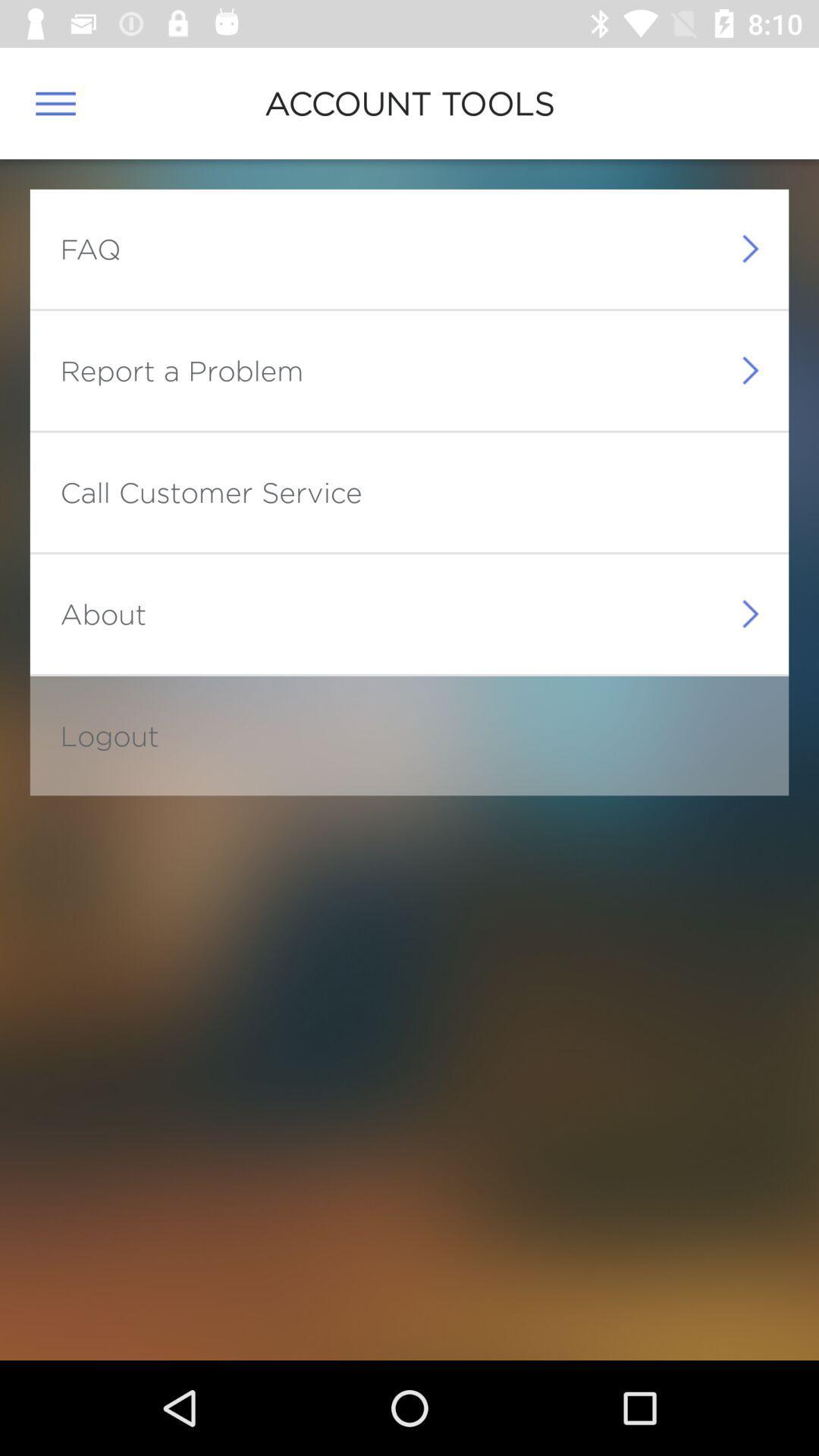 The width and height of the screenshot is (819, 1456). Describe the element at coordinates (102, 613) in the screenshot. I see `icon below call customer service` at that location.